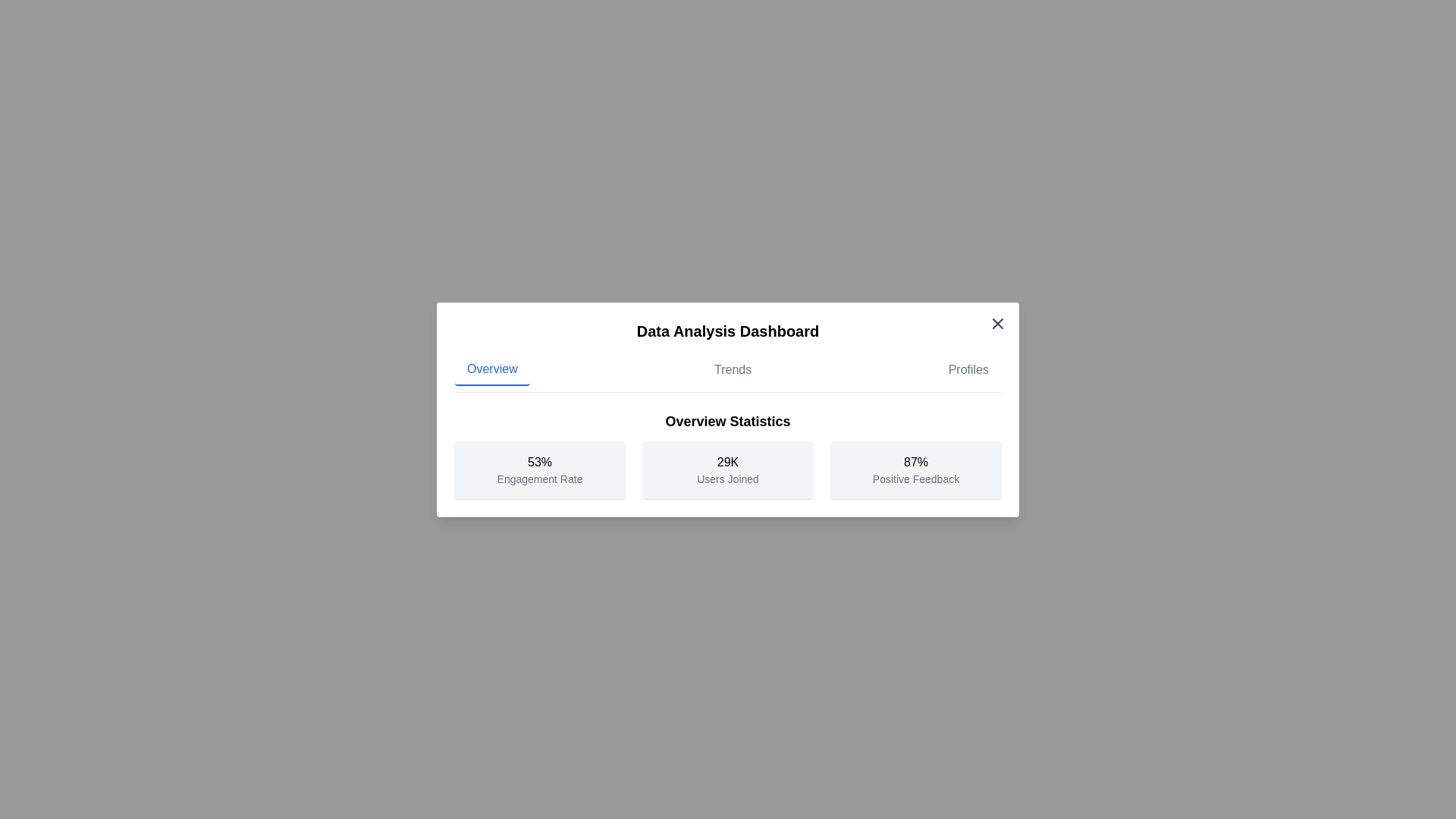  What do you see at coordinates (728, 479) in the screenshot?
I see `the 'Users Joined' text label, which is styled in small gray font and positioned below the larger text '29K' in the middle panel of a three-panel layout` at bounding box center [728, 479].